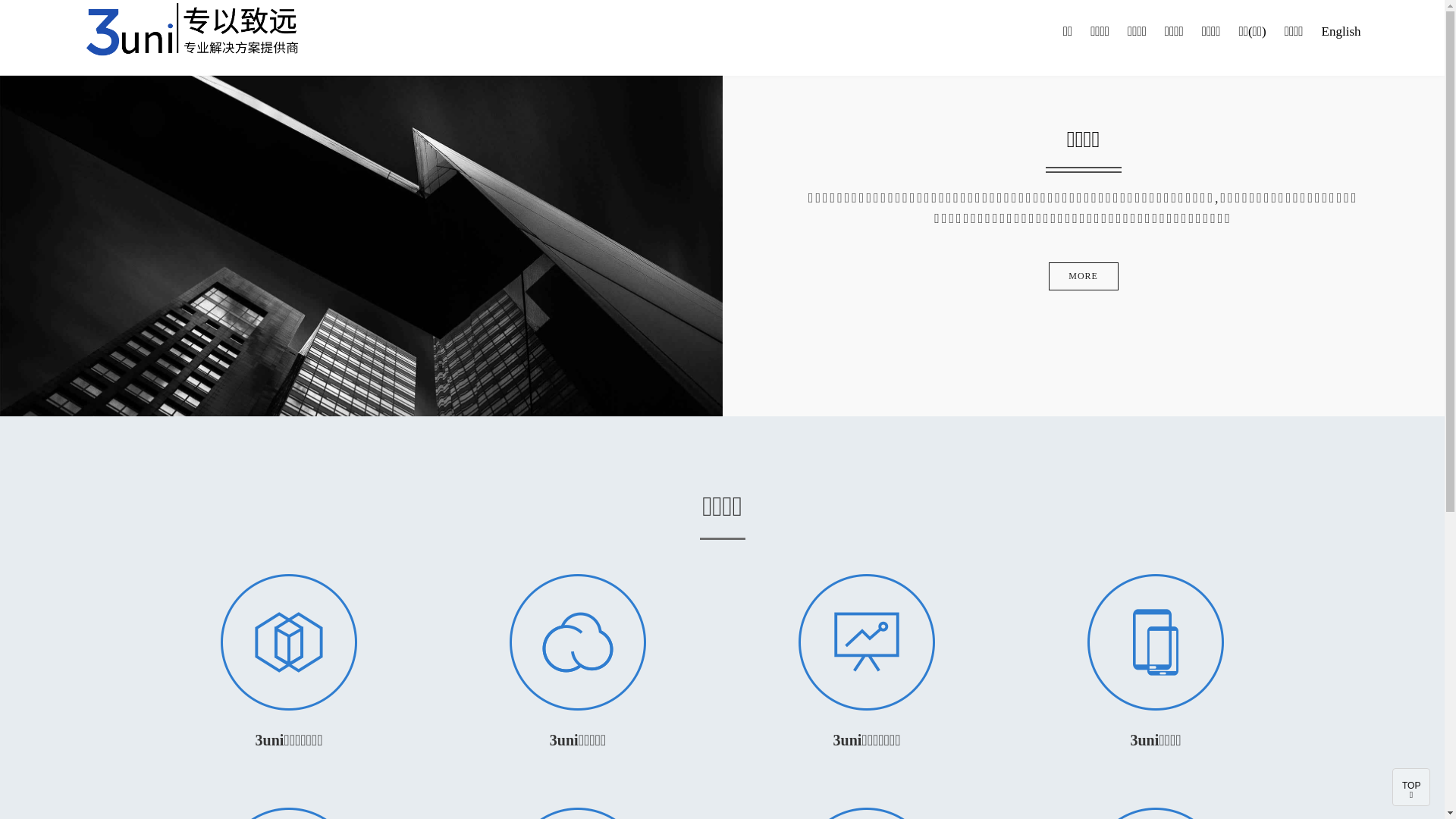 This screenshot has height=819, width=1456. What do you see at coordinates (1341, 32) in the screenshot?
I see `'English'` at bounding box center [1341, 32].